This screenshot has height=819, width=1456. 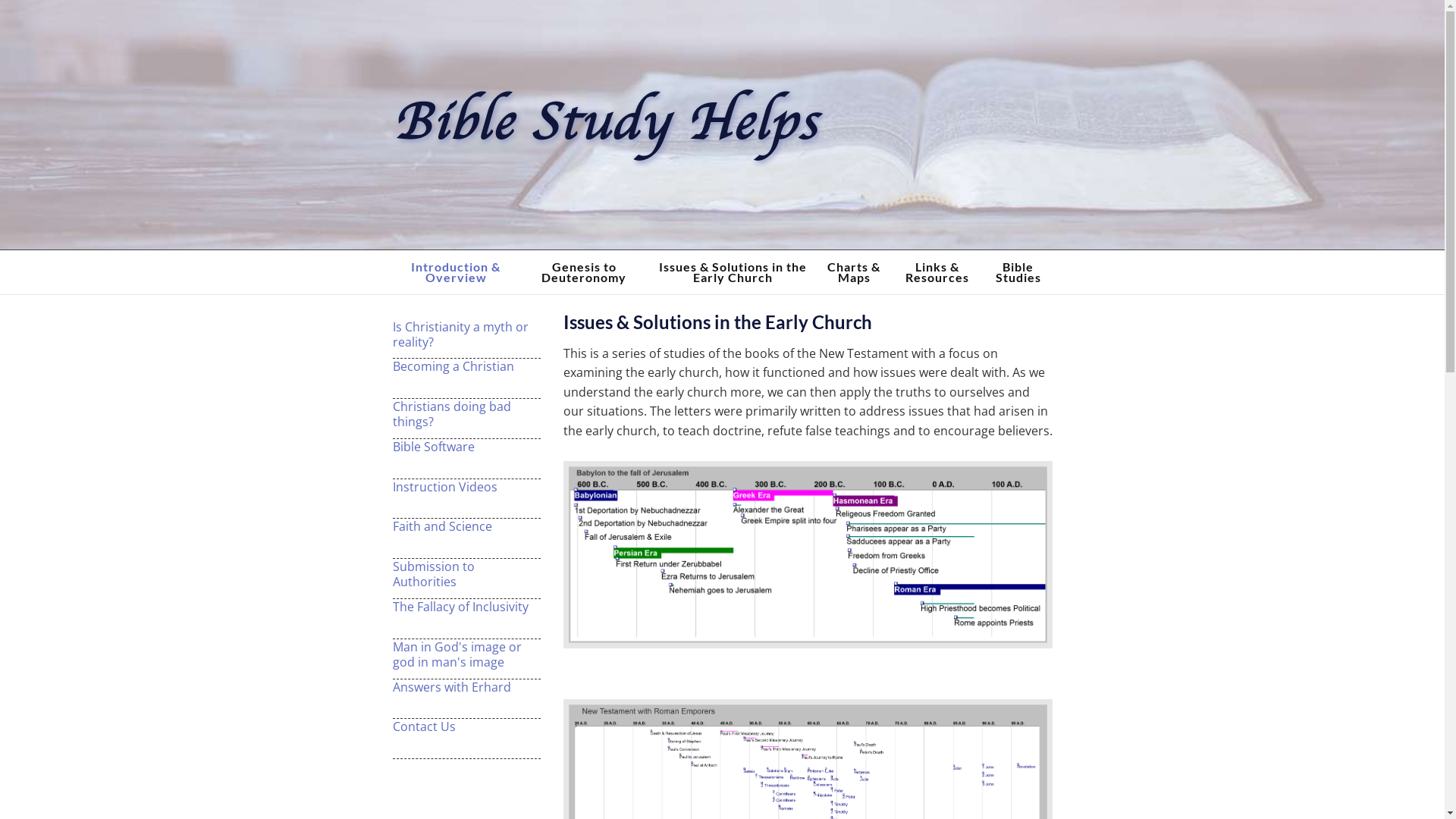 What do you see at coordinates (733, 271) in the screenshot?
I see `'Issues & Solutions in the Early Church'` at bounding box center [733, 271].